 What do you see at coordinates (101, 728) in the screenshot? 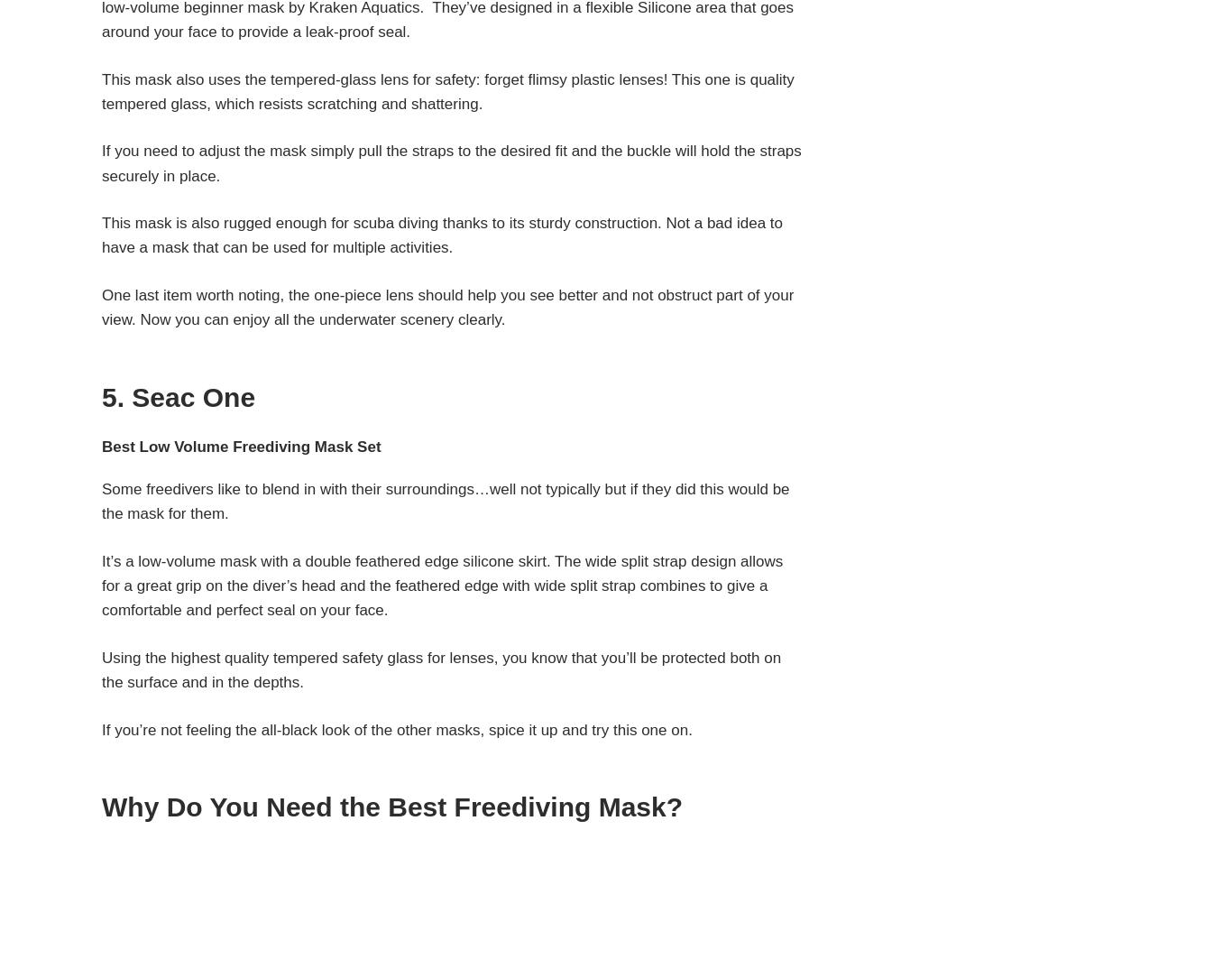
I see `'If you’re not feeling the all-black look of the other masks, spice it up and try this one on.'` at bounding box center [101, 728].